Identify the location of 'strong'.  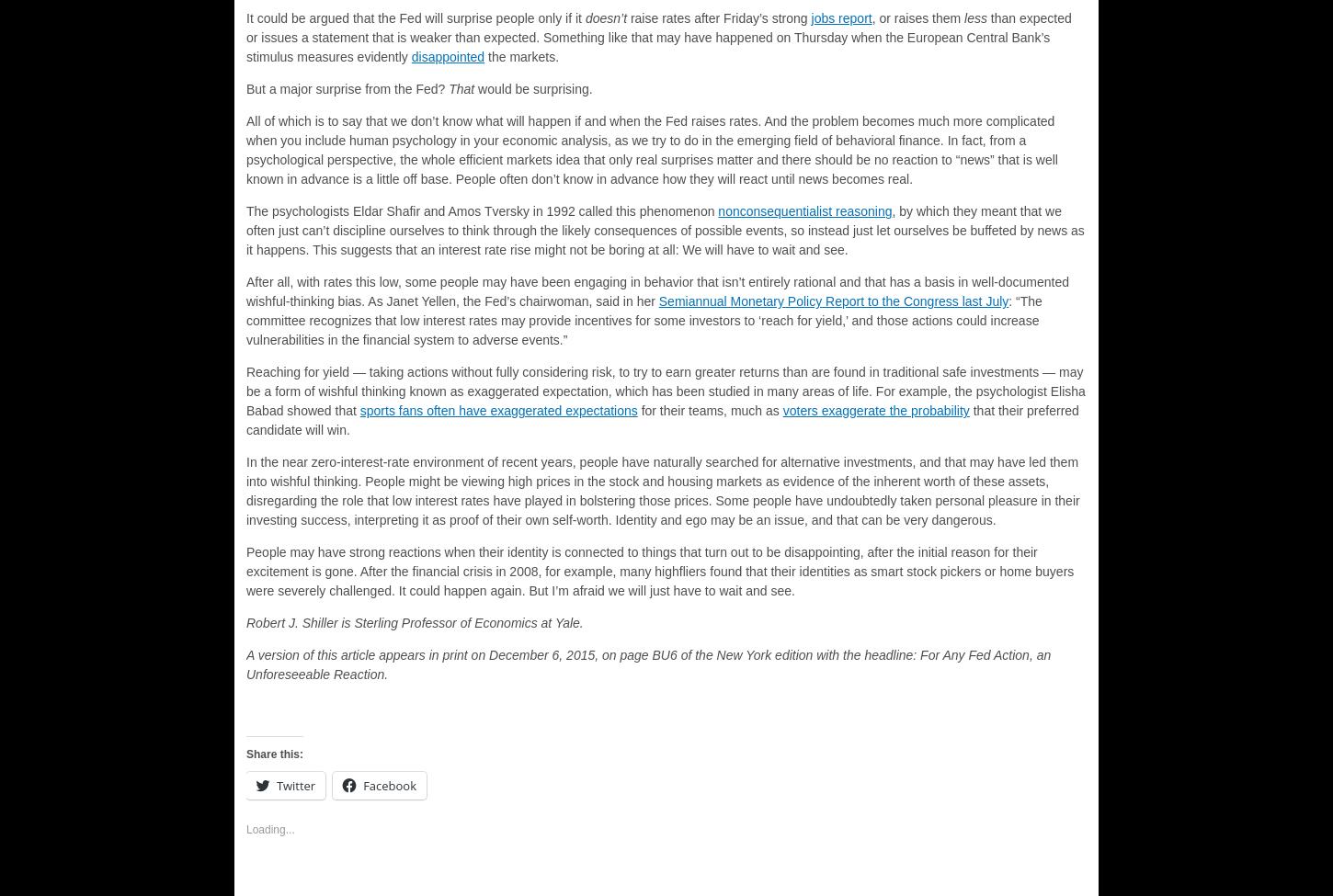
(788, 17).